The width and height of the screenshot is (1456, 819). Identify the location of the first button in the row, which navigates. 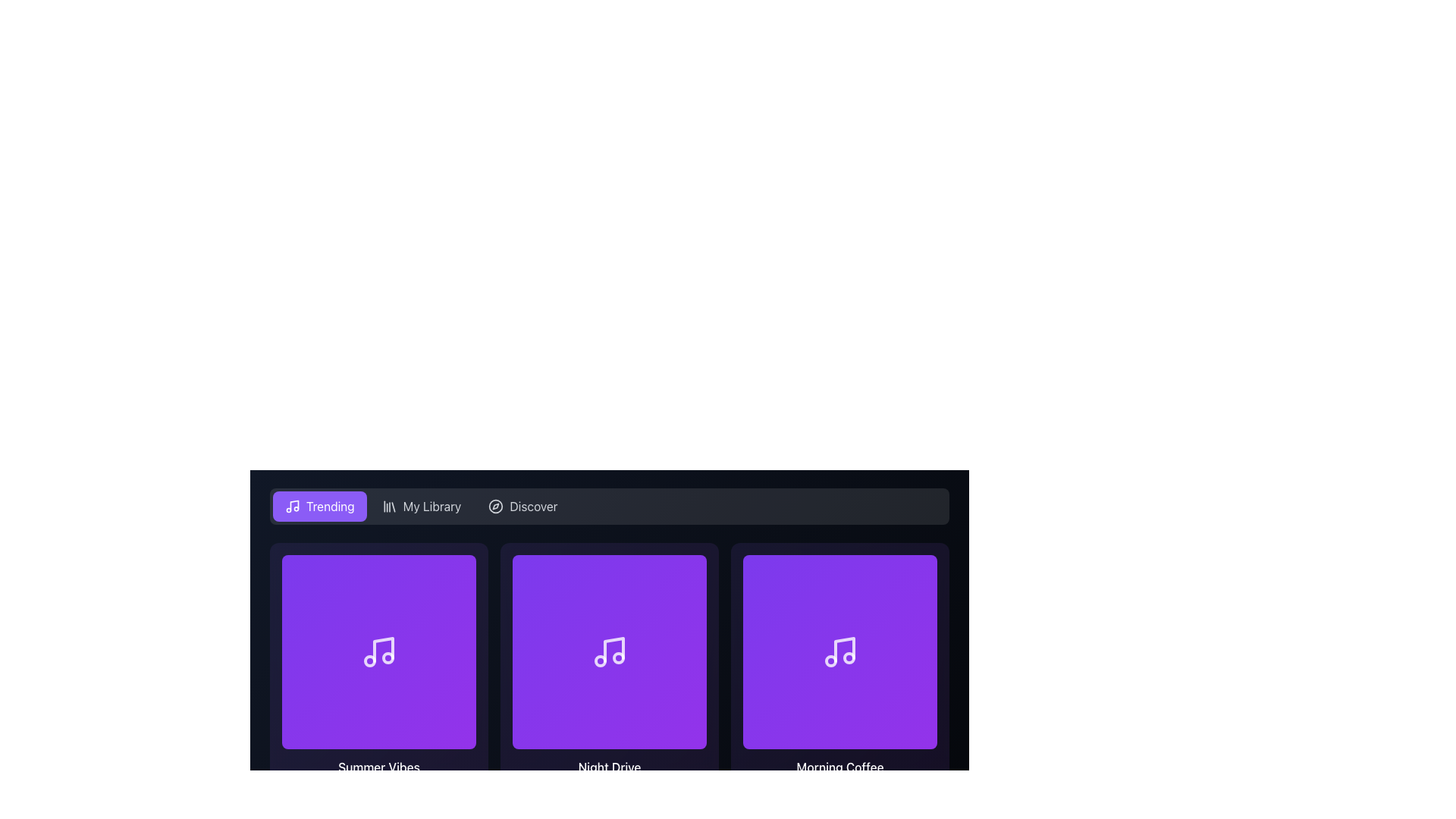
(318, 506).